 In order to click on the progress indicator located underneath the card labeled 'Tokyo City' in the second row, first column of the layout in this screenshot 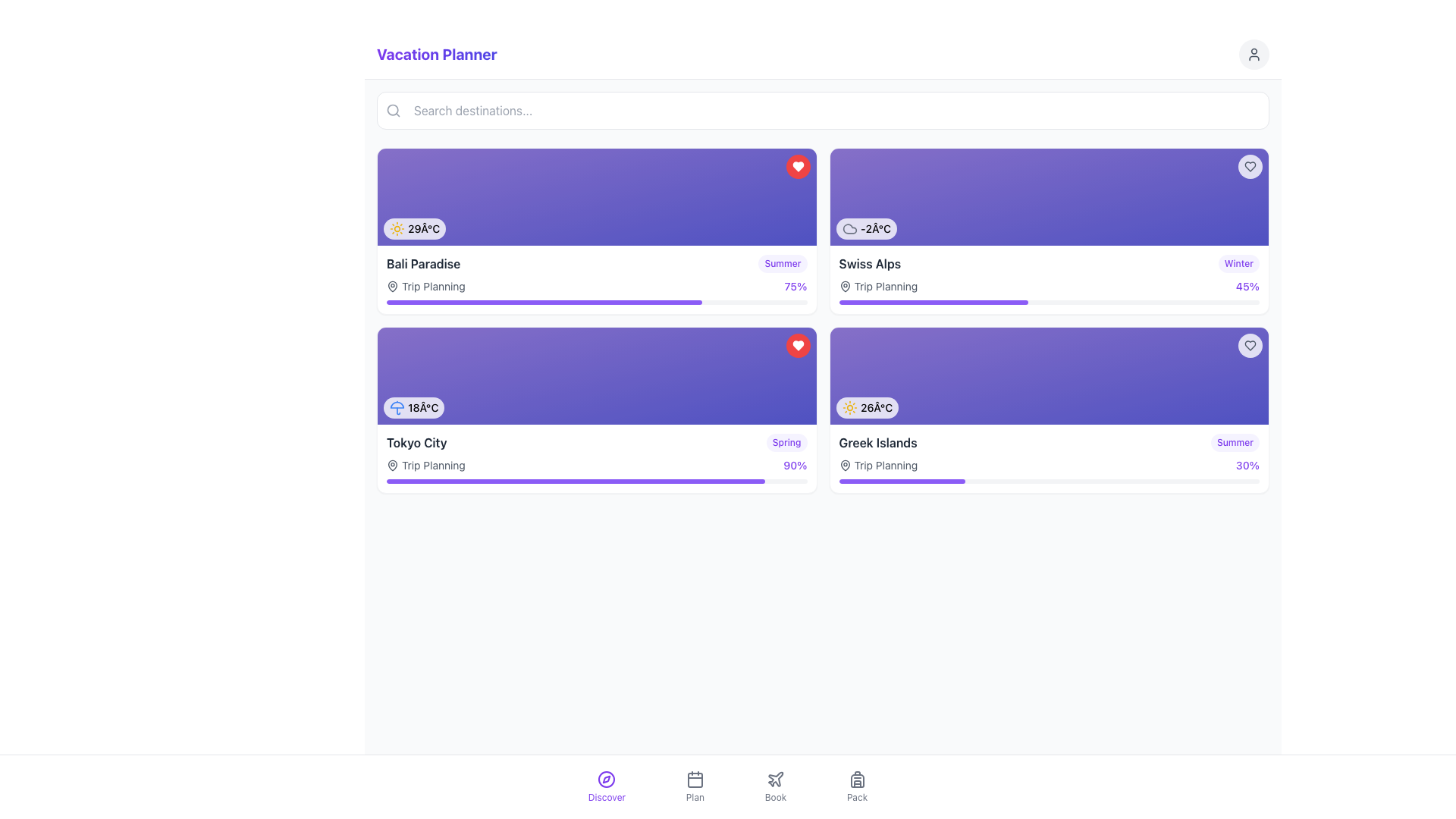, I will do `click(575, 482)`.